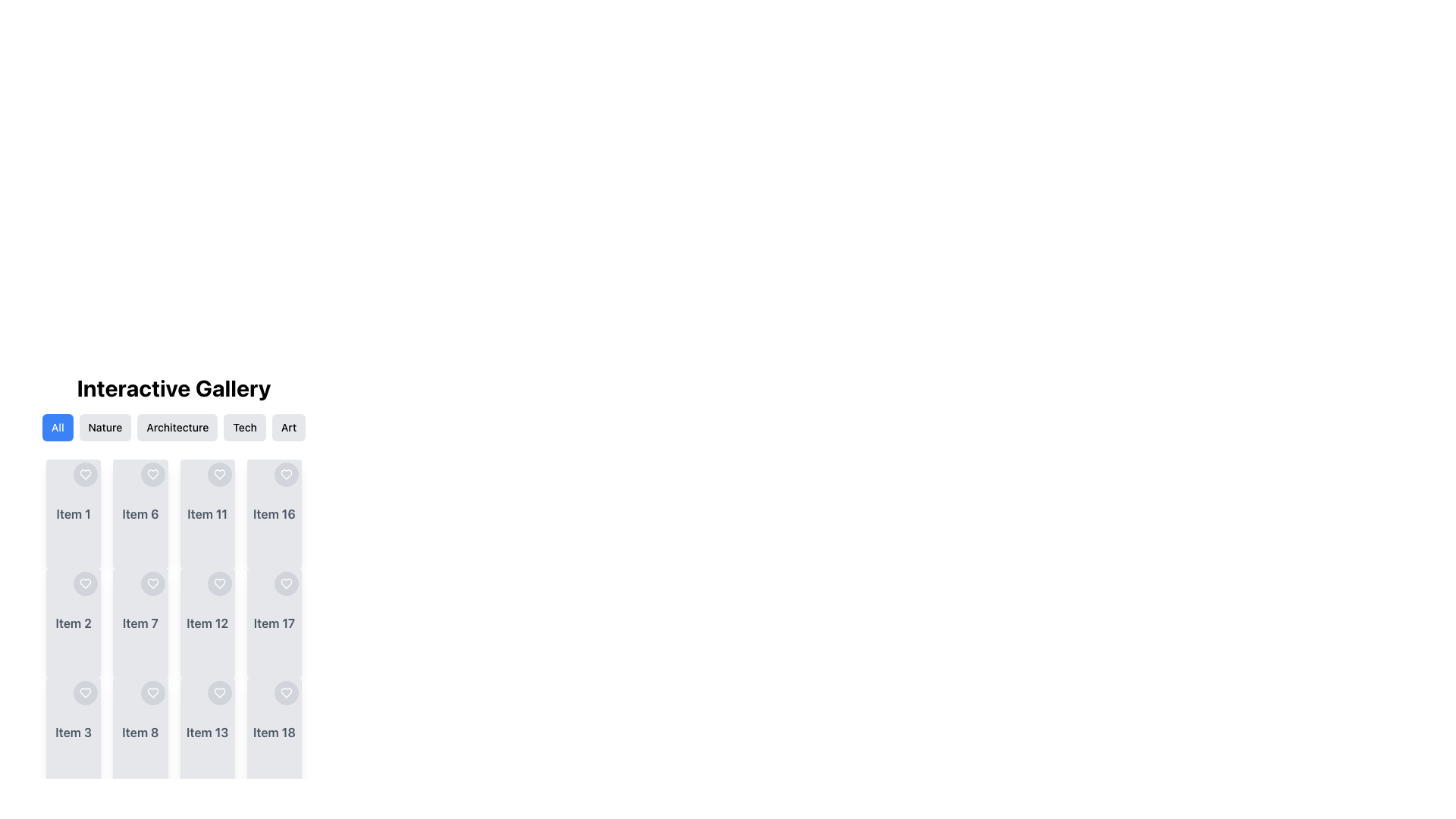 This screenshot has width=1456, height=819. Describe the element at coordinates (274, 623) in the screenshot. I see `the rectangular card with a light grey background displaying 'Item 17' below a heart icon, located in the bottom right corner of a 4-column grid` at that location.